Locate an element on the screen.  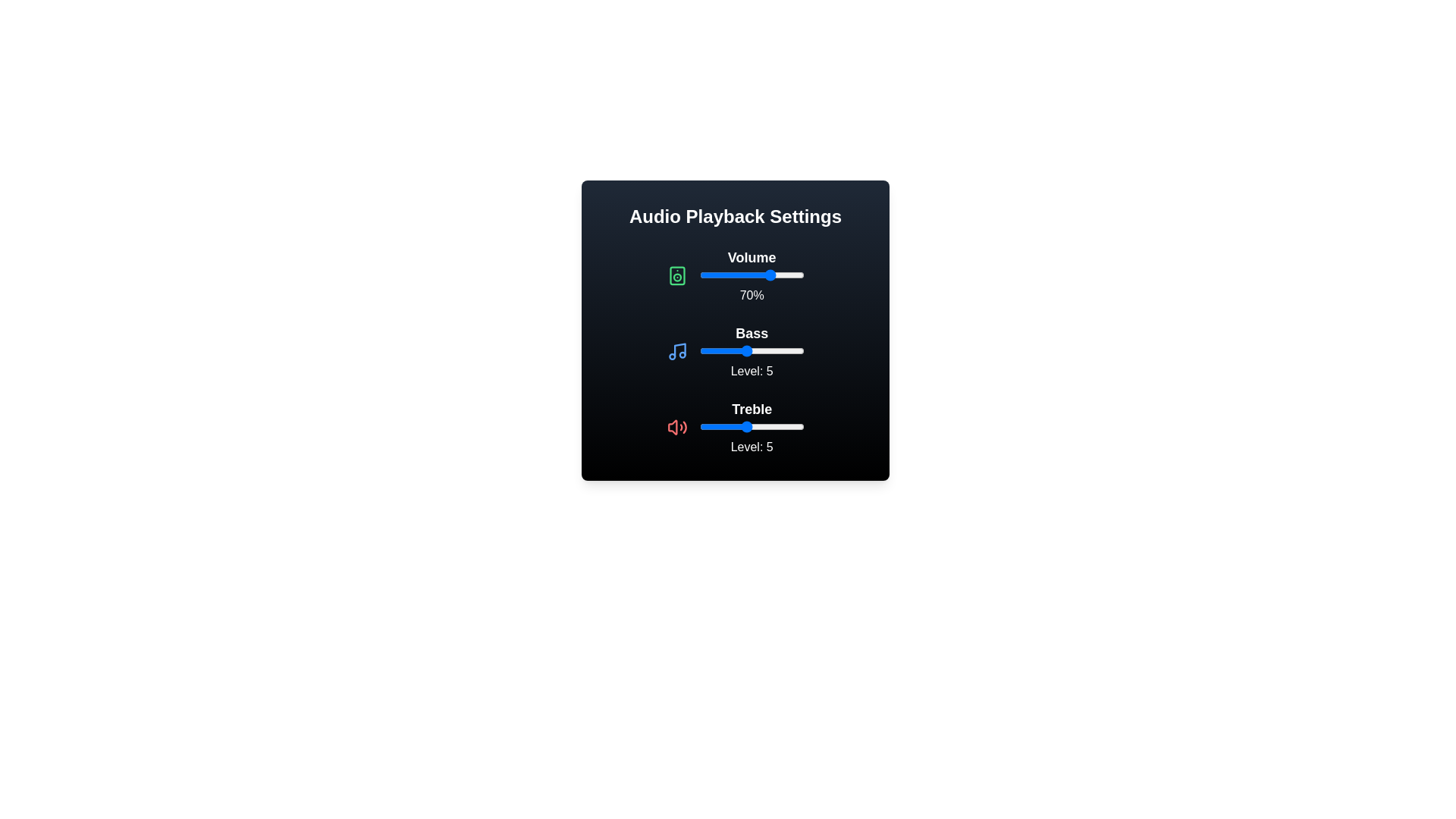
the control panel sliders and icons for audio playback settings, which include volume, bass, and treble adjustments is located at coordinates (735, 329).